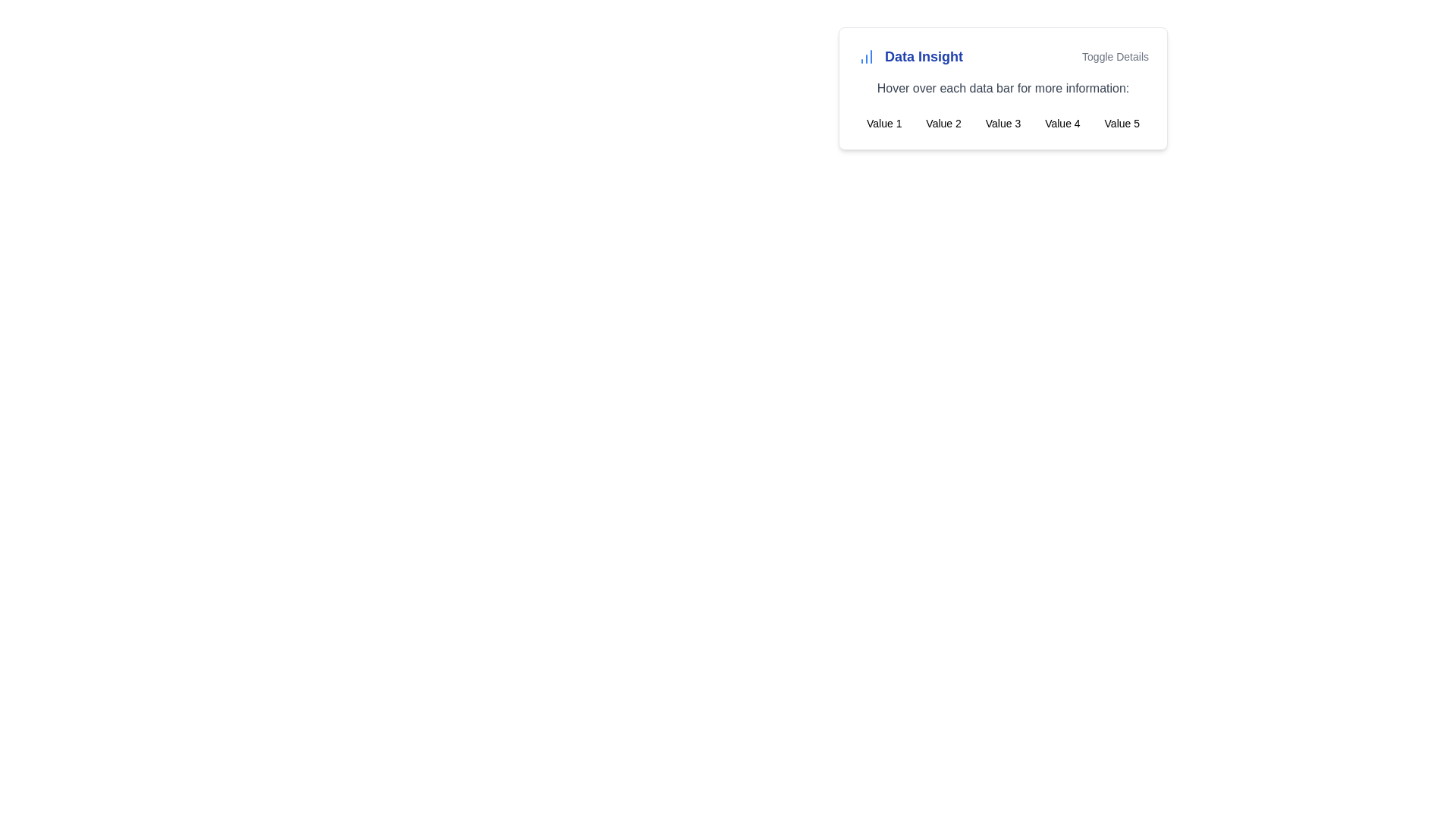 Image resolution: width=1456 pixels, height=819 pixels. What do you see at coordinates (1003, 88) in the screenshot?
I see `the informational text displaying 'Hover over each data bar for more information:' which is gray in color and located above the grid of data points` at bounding box center [1003, 88].